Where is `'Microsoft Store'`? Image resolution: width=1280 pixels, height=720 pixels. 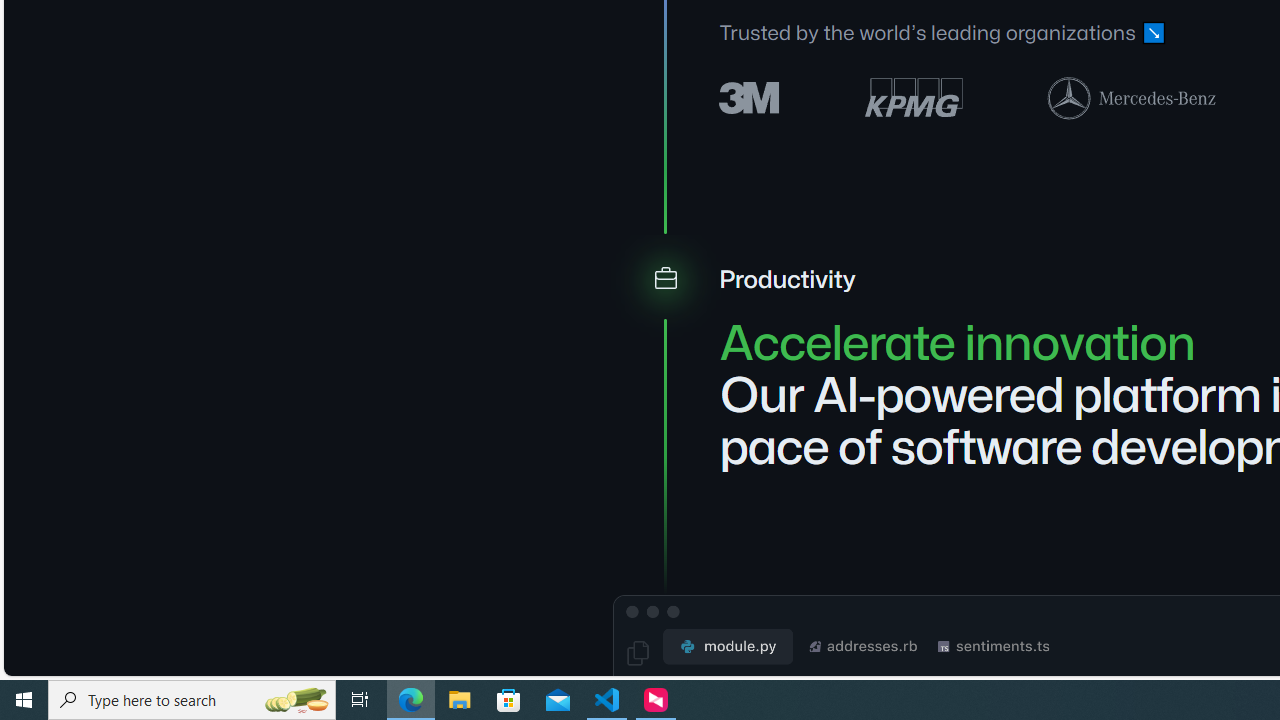
'Microsoft Store' is located at coordinates (509, 698).